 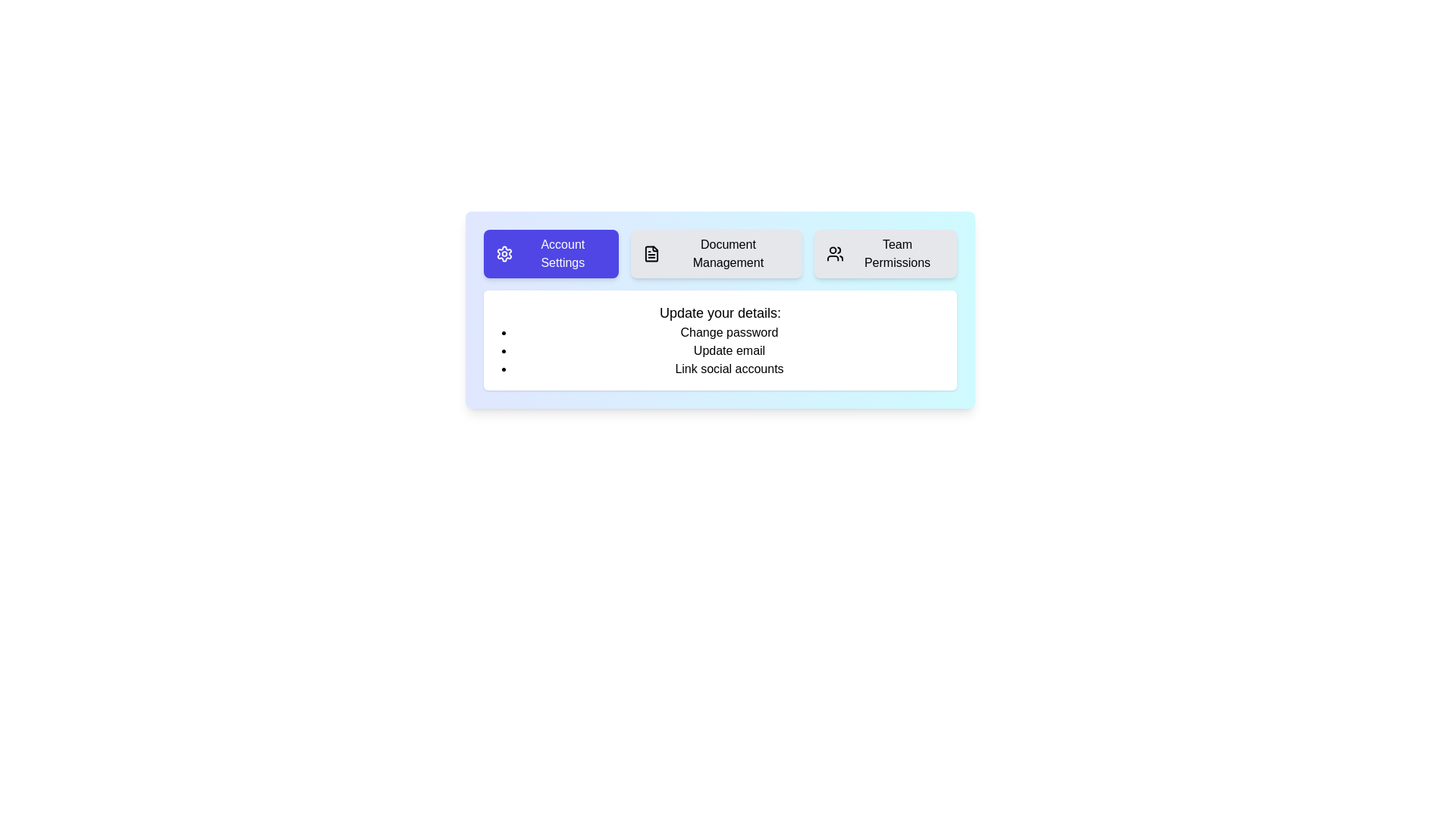 What do you see at coordinates (720, 312) in the screenshot?
I see `the prominent heading text 'Update your details:' to focus on it` at bounding box center [720, 312].